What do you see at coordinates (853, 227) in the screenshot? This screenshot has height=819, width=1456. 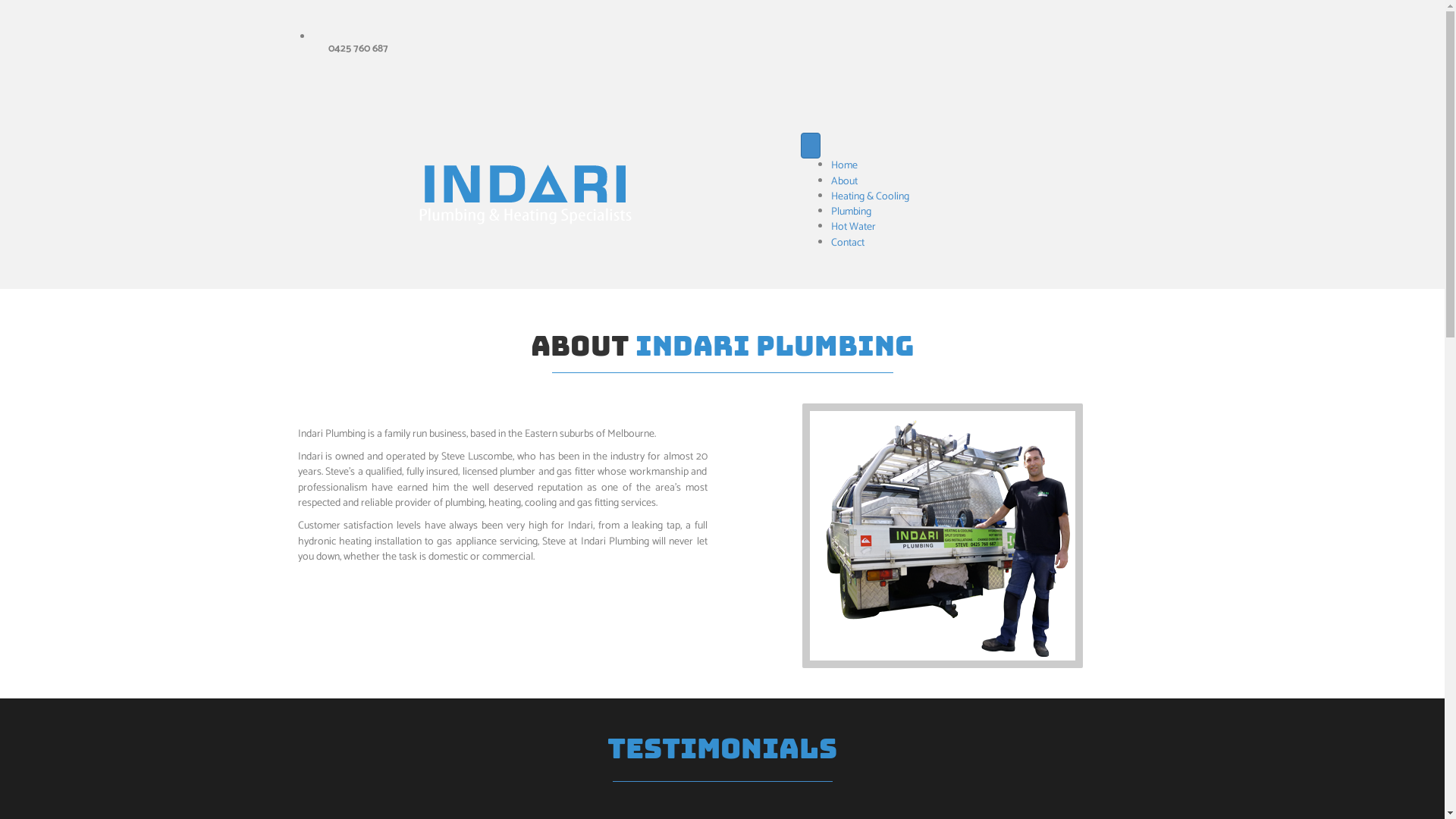 I see `'Hot Water'` at bounding box center [853, 227].